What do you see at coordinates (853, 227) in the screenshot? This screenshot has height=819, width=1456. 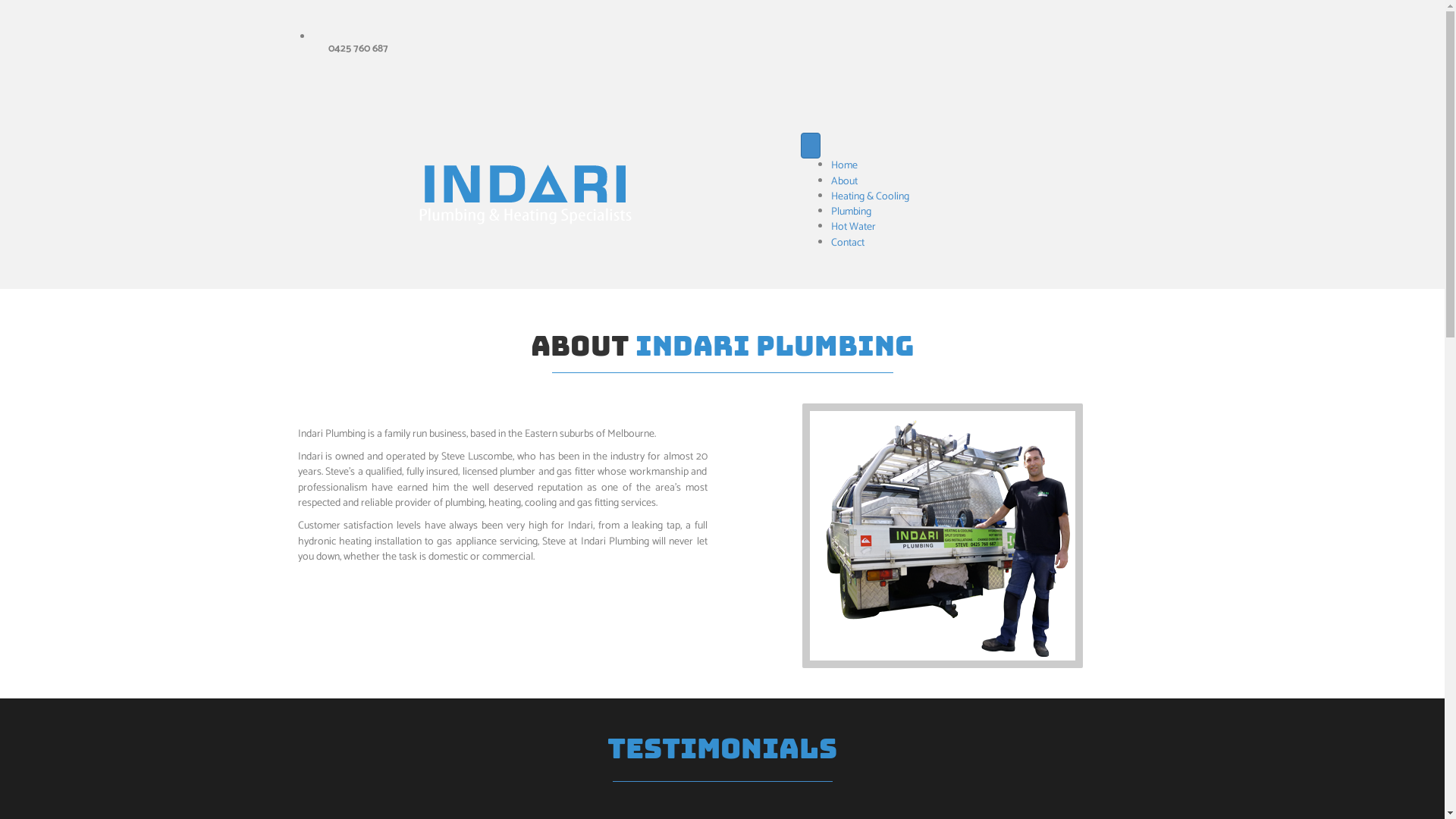 I see `'Hot Water'` at bounding box center [853, 227].